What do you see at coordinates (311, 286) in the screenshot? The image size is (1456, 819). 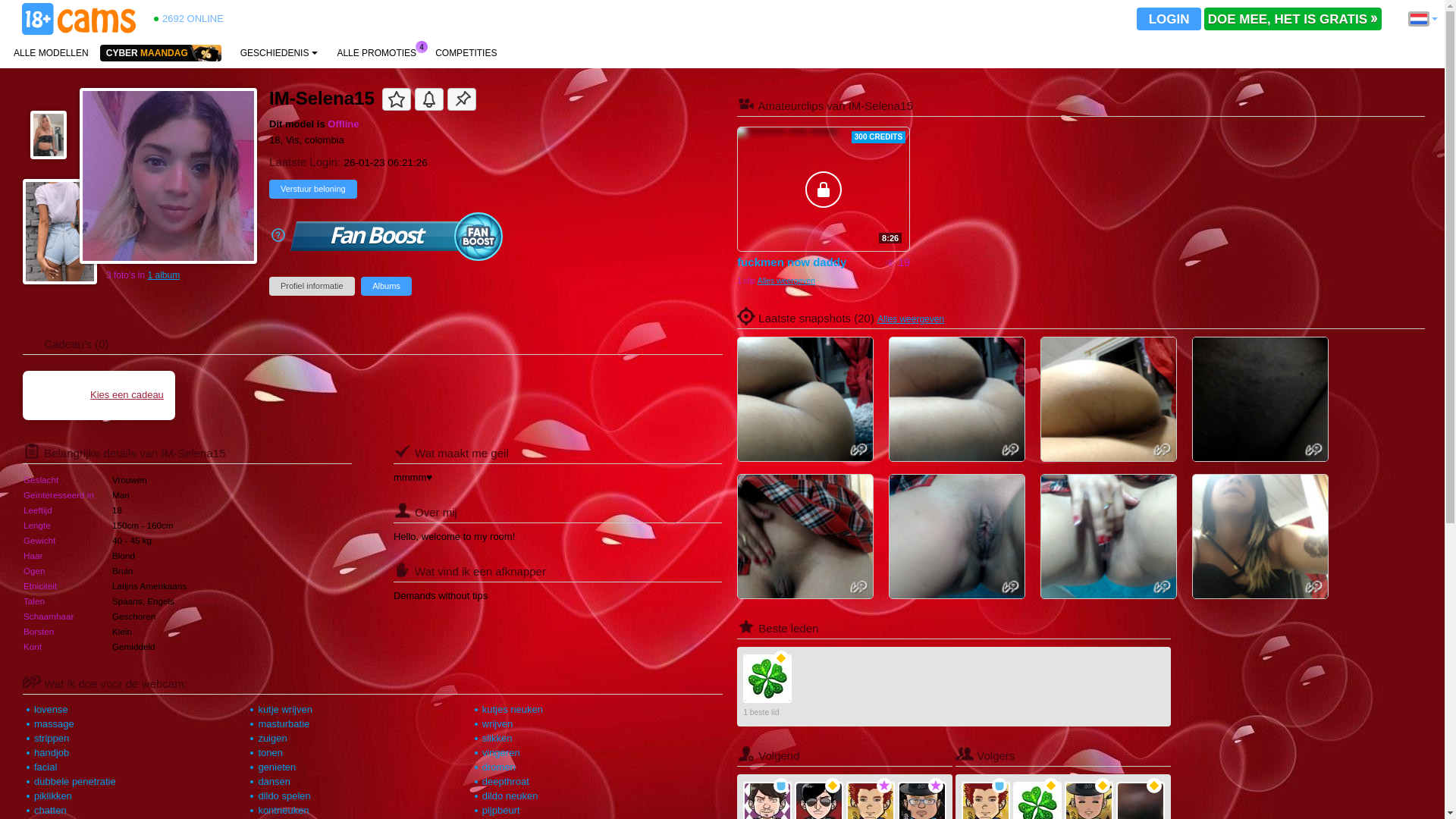 I see `'Profiel informatie'` at bounding box center [311, 286].